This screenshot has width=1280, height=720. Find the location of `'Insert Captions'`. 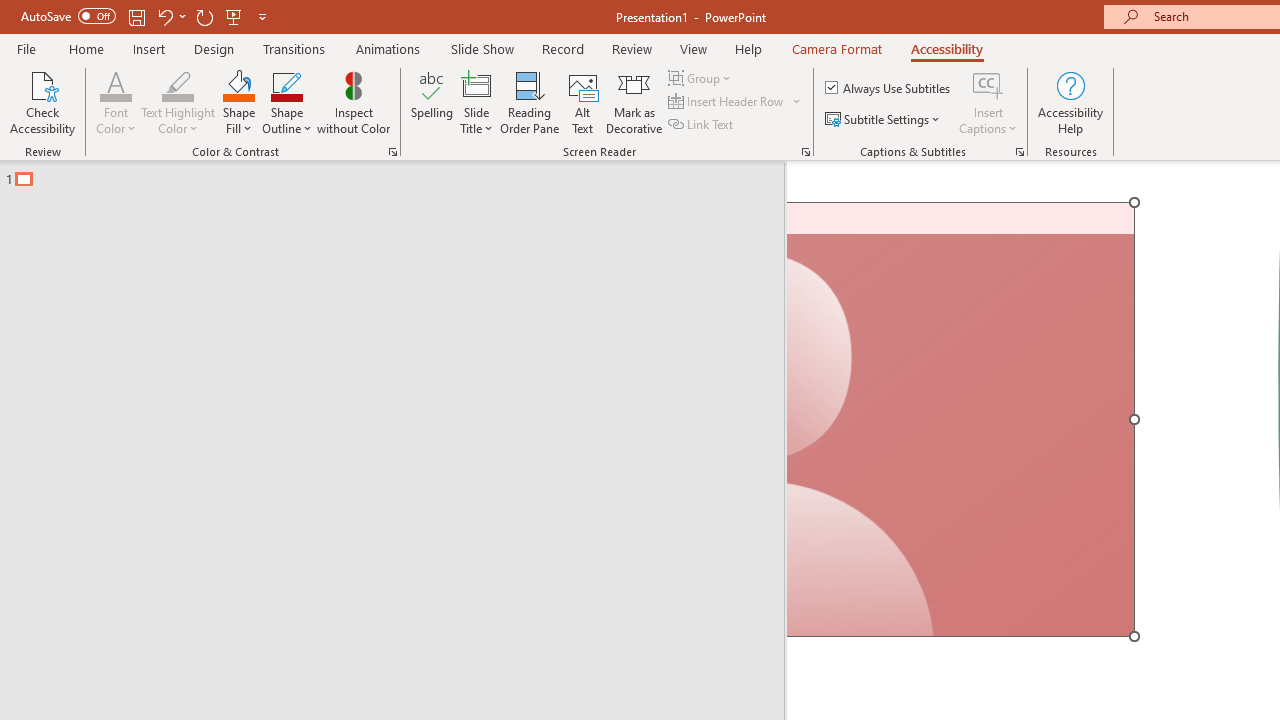

'Insert Captions' is located at coordinates (988, 103).